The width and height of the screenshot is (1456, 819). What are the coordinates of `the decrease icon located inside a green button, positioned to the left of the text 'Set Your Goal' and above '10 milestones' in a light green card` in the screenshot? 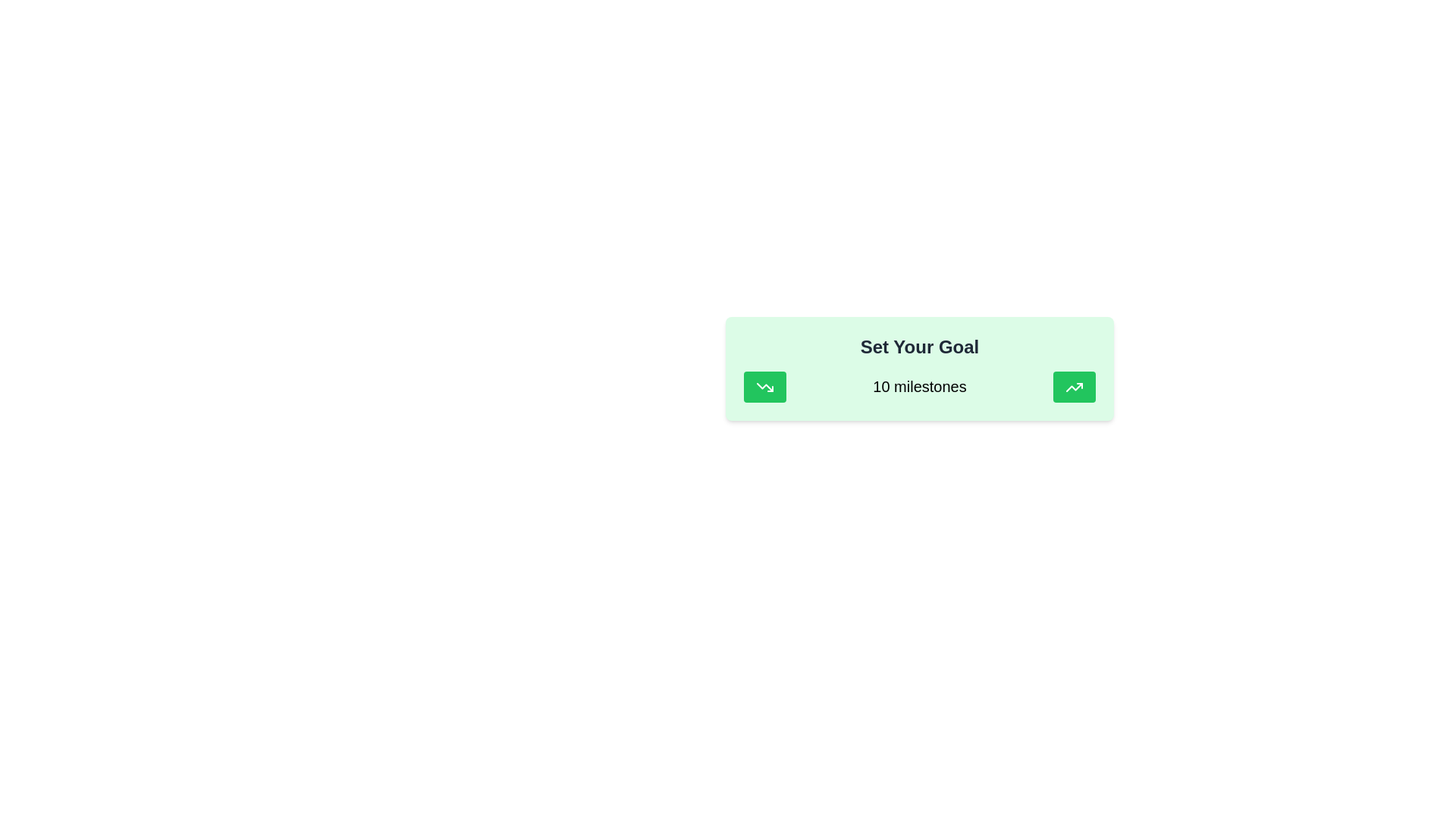 It's located at (764, 385).